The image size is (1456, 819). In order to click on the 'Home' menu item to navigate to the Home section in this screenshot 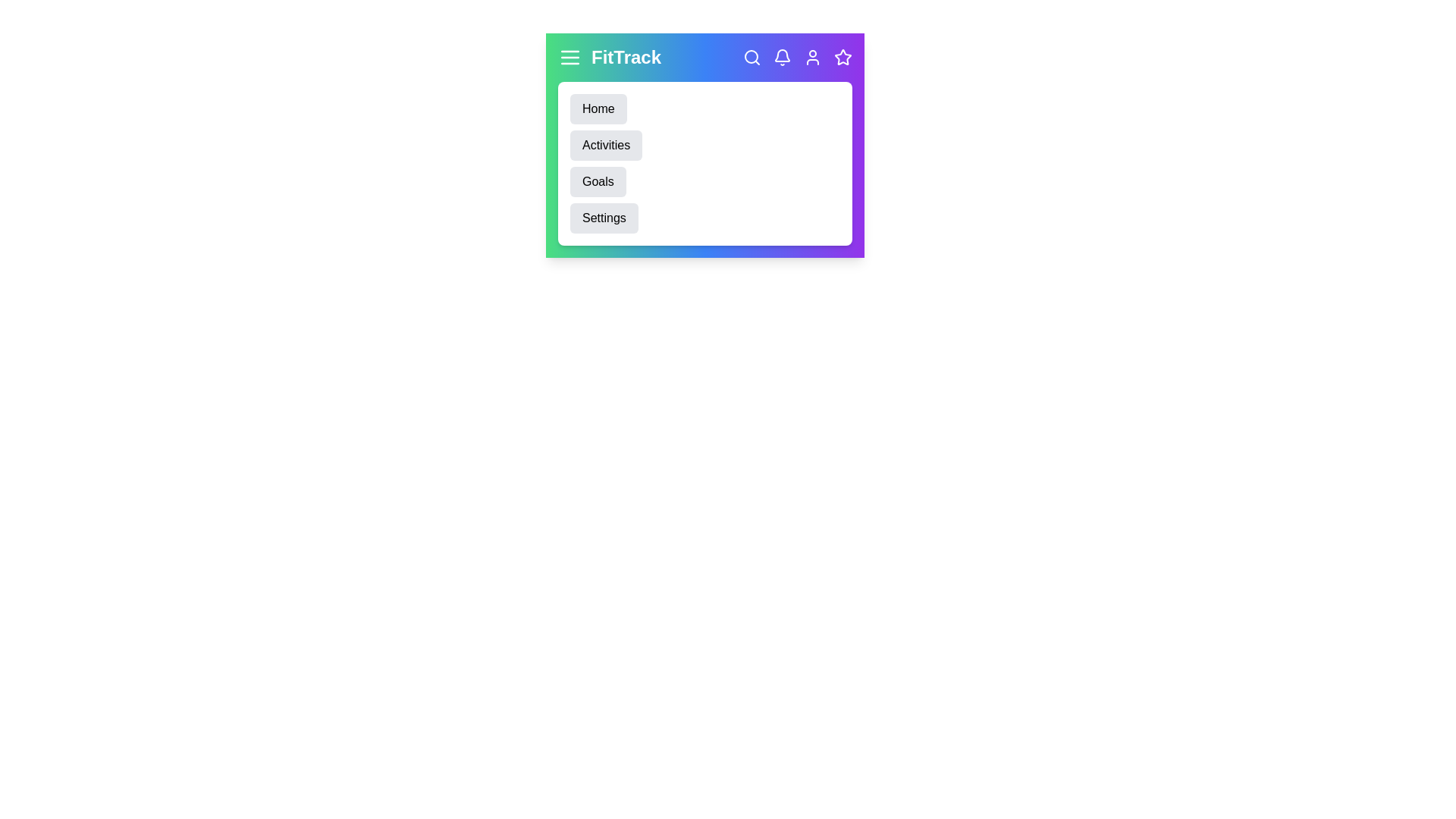, I will do `click(597, 108)`.